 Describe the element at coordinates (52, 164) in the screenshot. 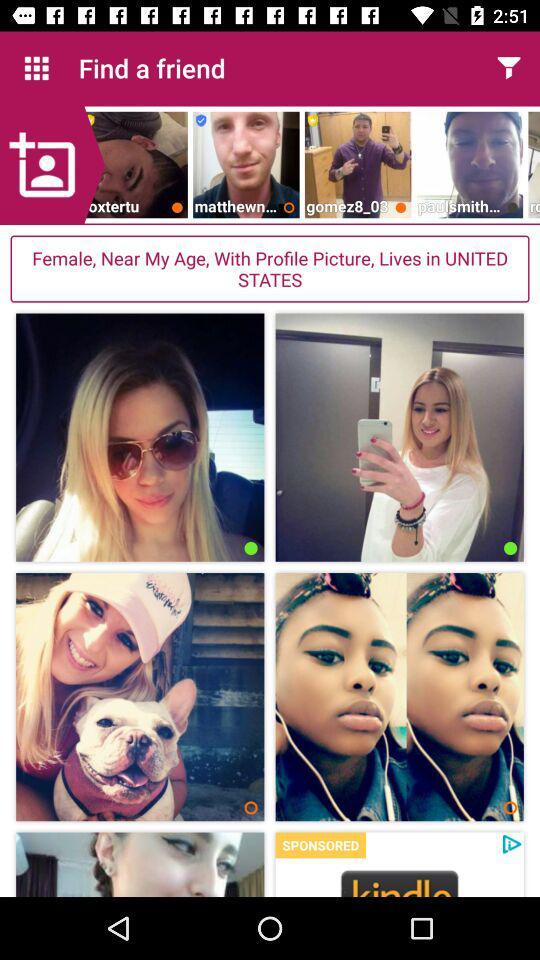

I see `the follow icon` at that location.